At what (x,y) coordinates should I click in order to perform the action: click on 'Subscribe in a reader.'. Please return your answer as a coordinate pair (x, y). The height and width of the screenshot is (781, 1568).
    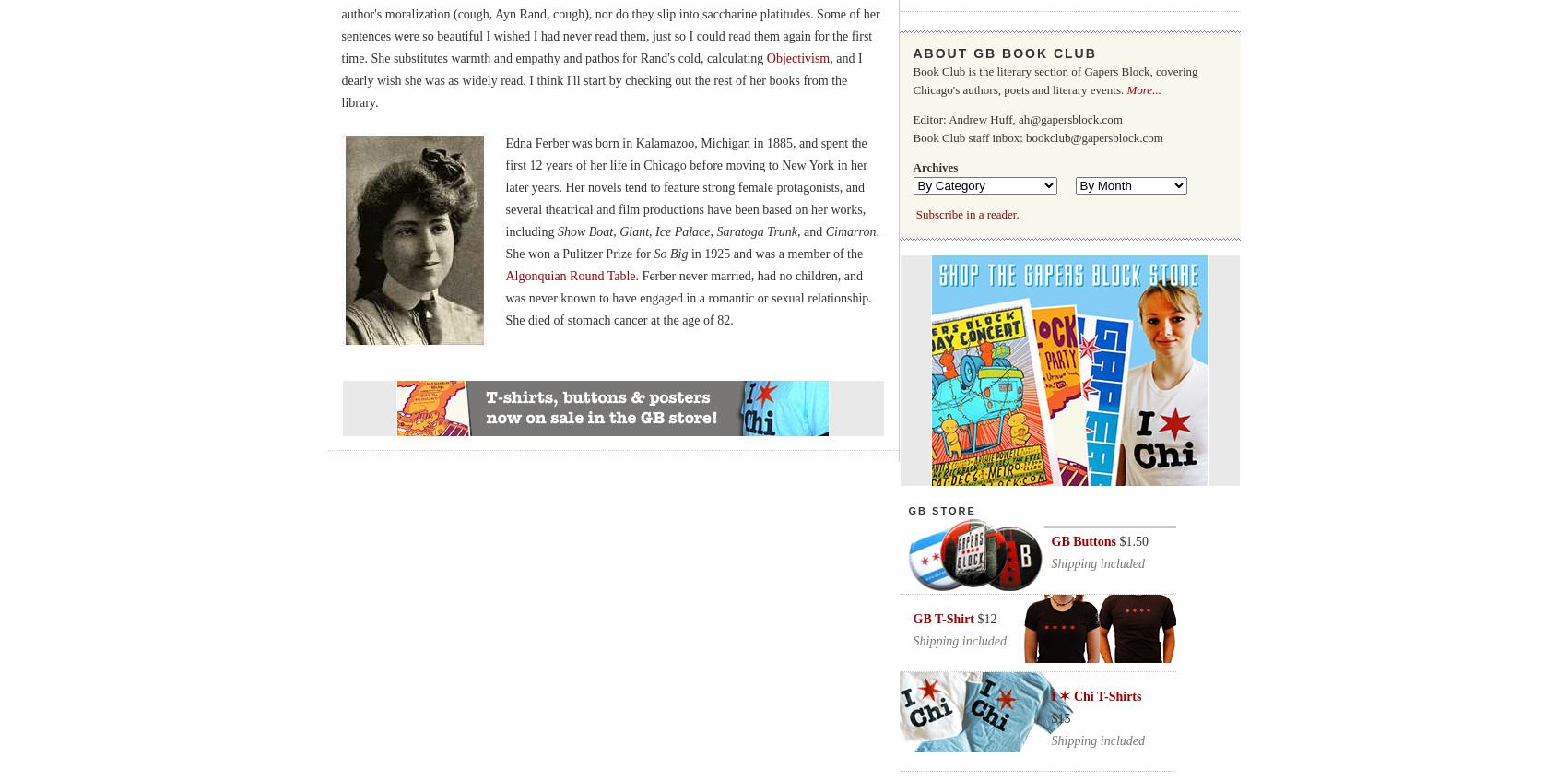
    Looking at the image, I should click on (967, 214).